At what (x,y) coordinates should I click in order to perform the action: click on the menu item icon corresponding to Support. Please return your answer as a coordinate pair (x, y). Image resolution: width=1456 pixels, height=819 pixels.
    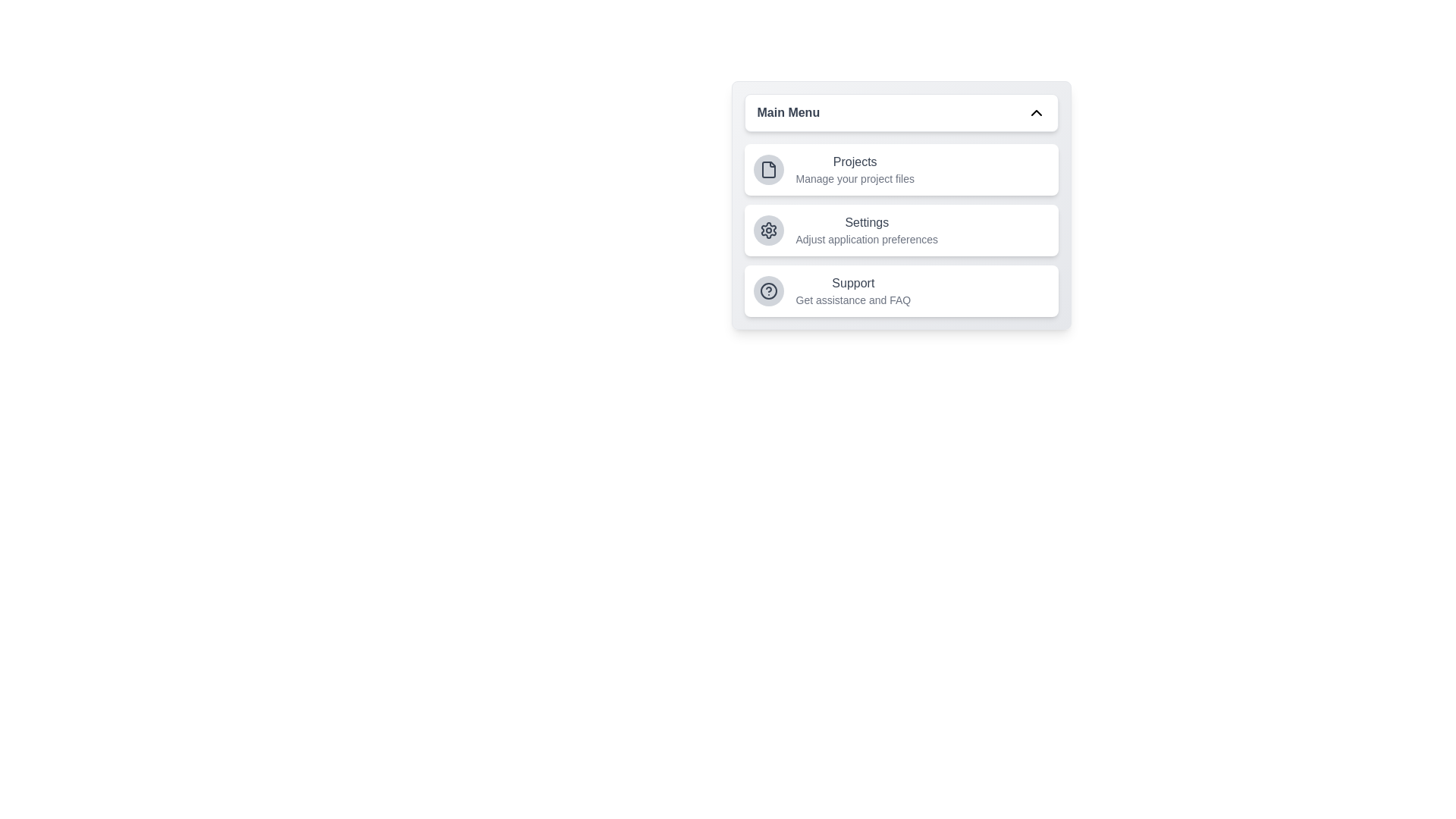
    Looking at the image, I should click on (768, 291).